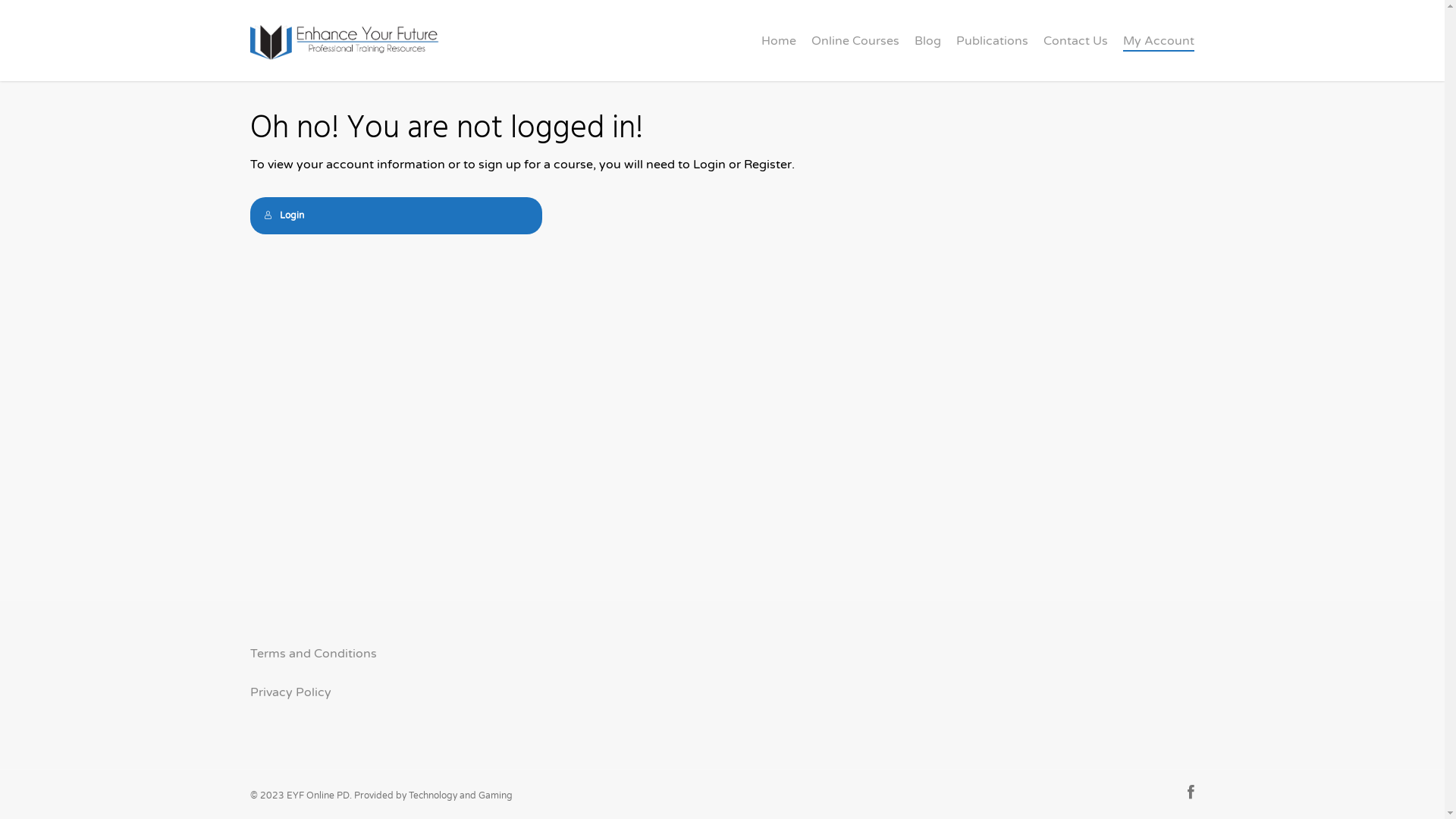 Image resolution: width=1456 pixels, height=819 pixels. I want to click on 'Online Courses', so click(855, 40).